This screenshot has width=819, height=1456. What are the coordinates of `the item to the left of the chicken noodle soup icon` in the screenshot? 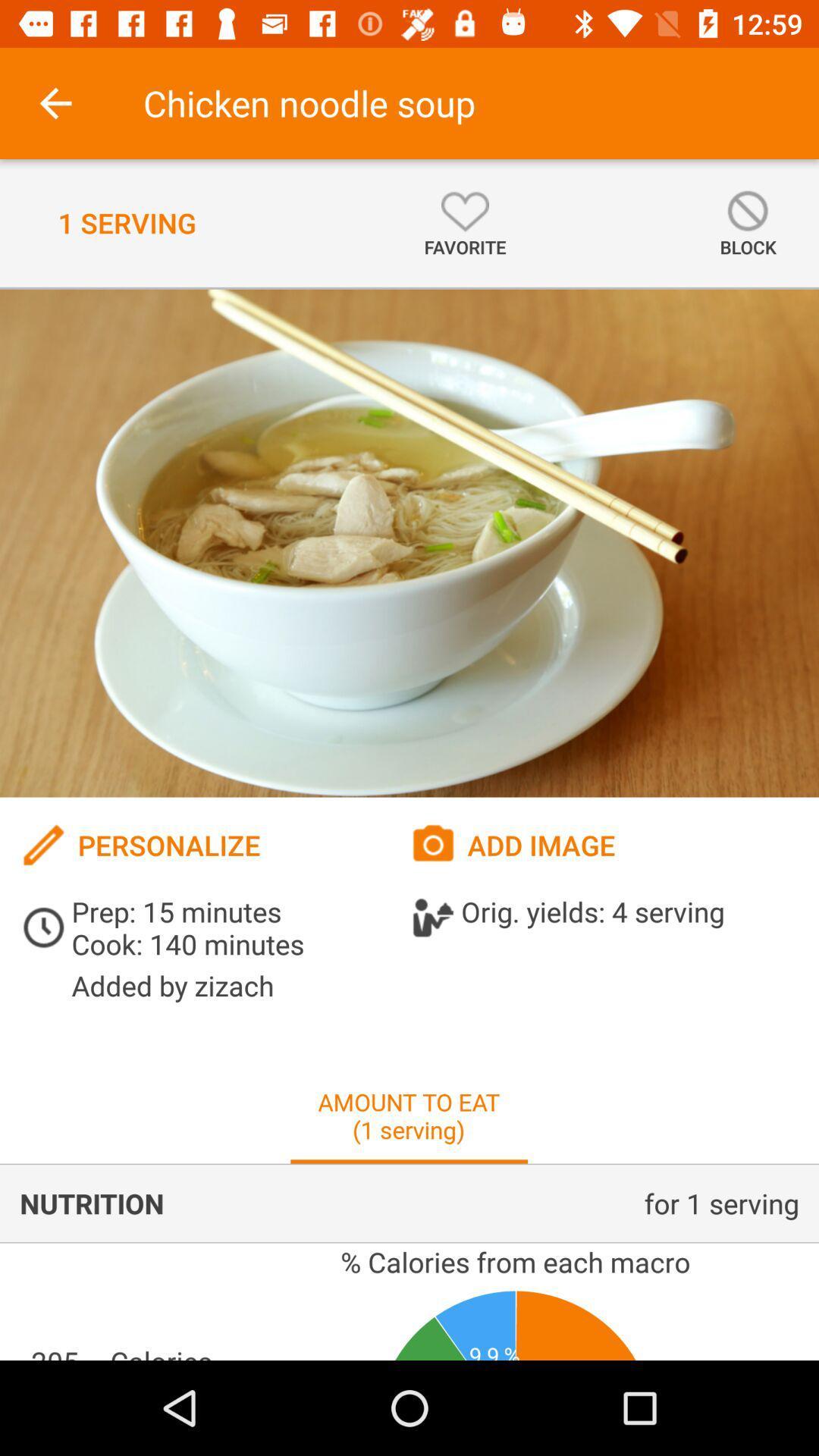 It's located at (55, 102).